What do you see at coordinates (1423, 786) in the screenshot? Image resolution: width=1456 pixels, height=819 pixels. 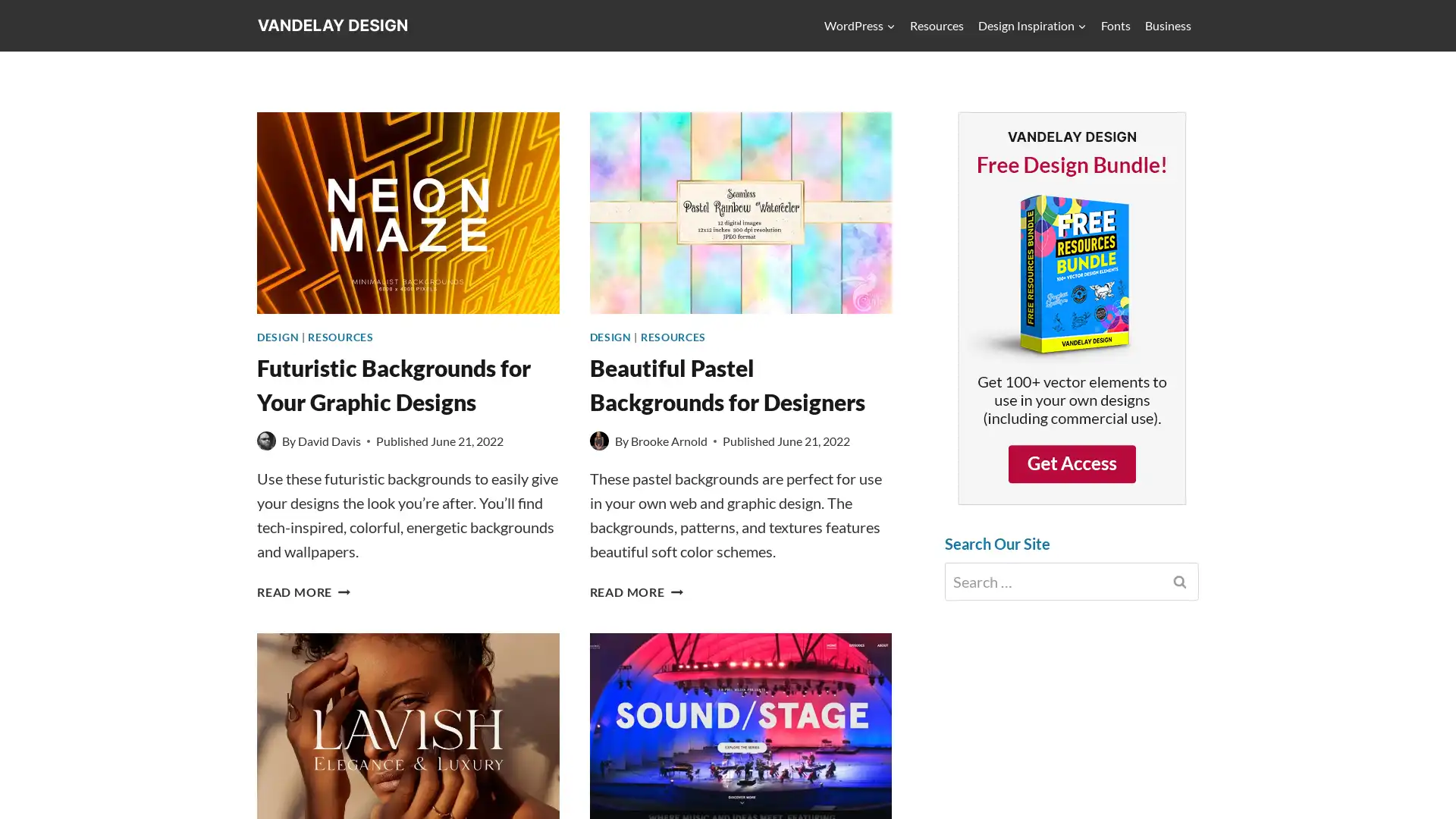 I see `Scroll to top` at bounding box center [1423, 786].